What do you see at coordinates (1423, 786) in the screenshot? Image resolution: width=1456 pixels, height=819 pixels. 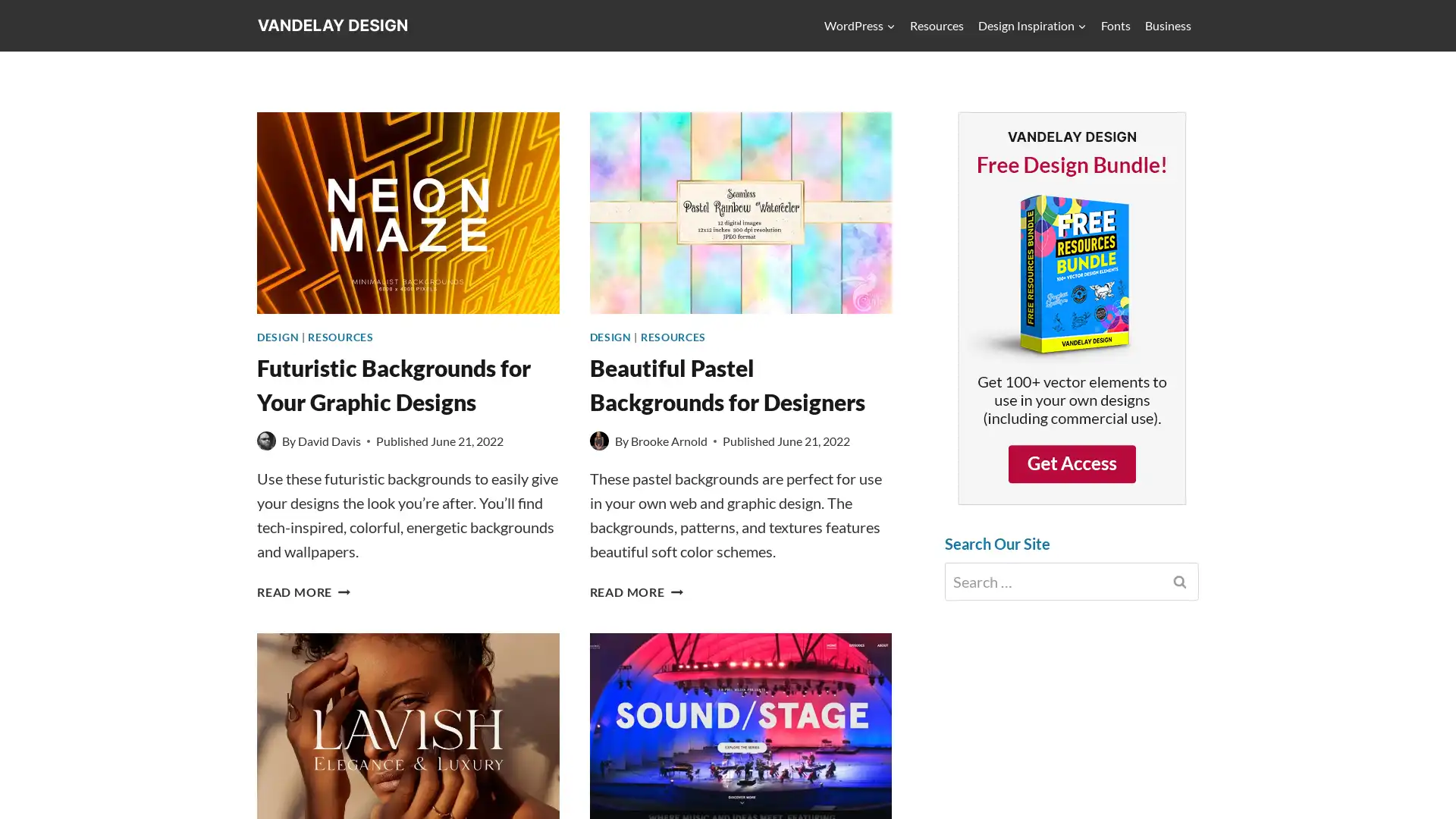 I see `Scroll to top` at bounding box center [1423, 786].